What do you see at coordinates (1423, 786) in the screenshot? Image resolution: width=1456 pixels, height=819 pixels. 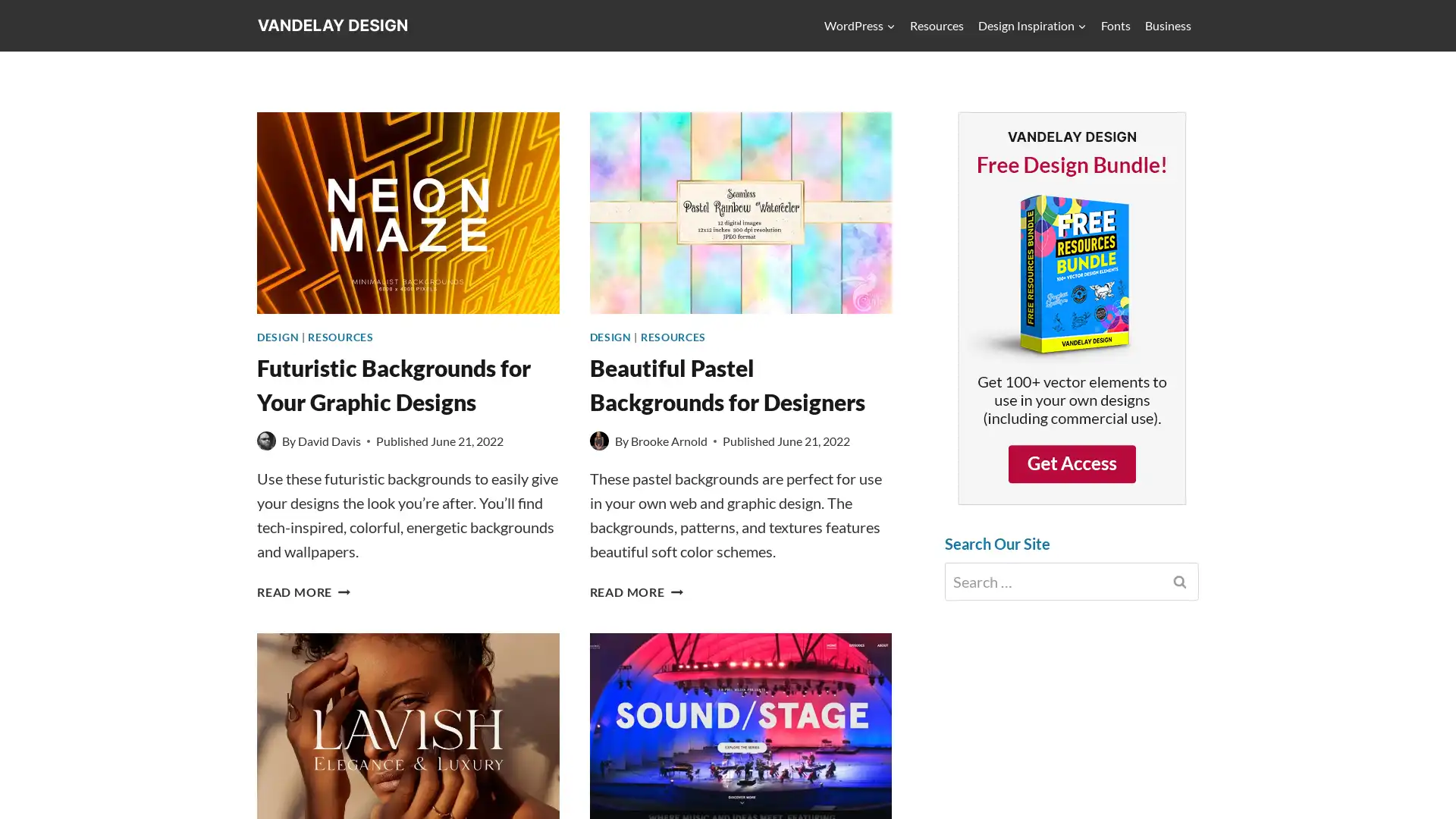 I see `Scroll to top` at bounding box center [1423, 786].